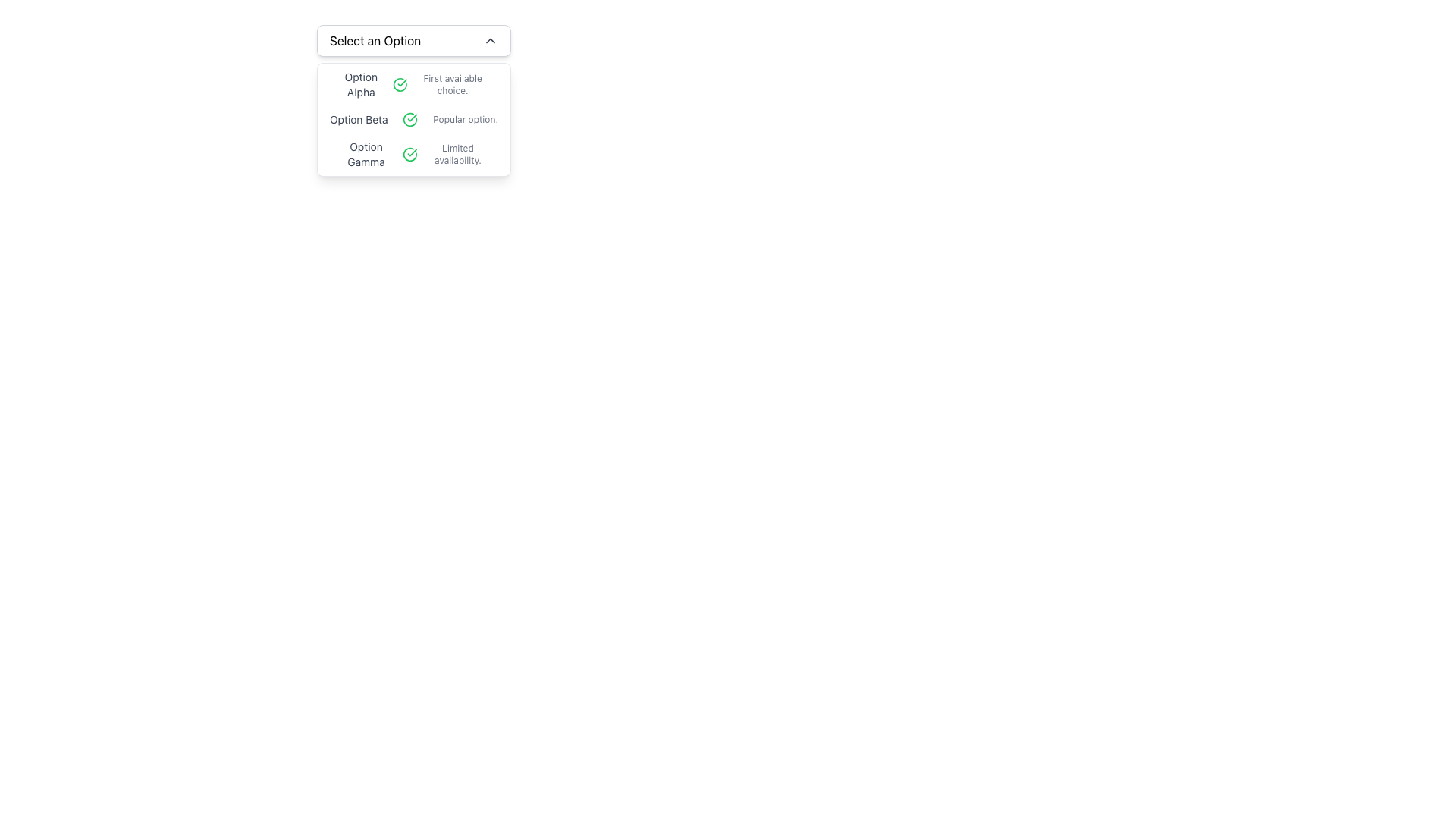  Describe the element at coordinates (457, 155) in the screenshot. I see `text content of the availability status for the 'Option Gamma' item, which is displayed in the text label located at the bottom of the drop-down menu under 'Option Gamma'` at that location.